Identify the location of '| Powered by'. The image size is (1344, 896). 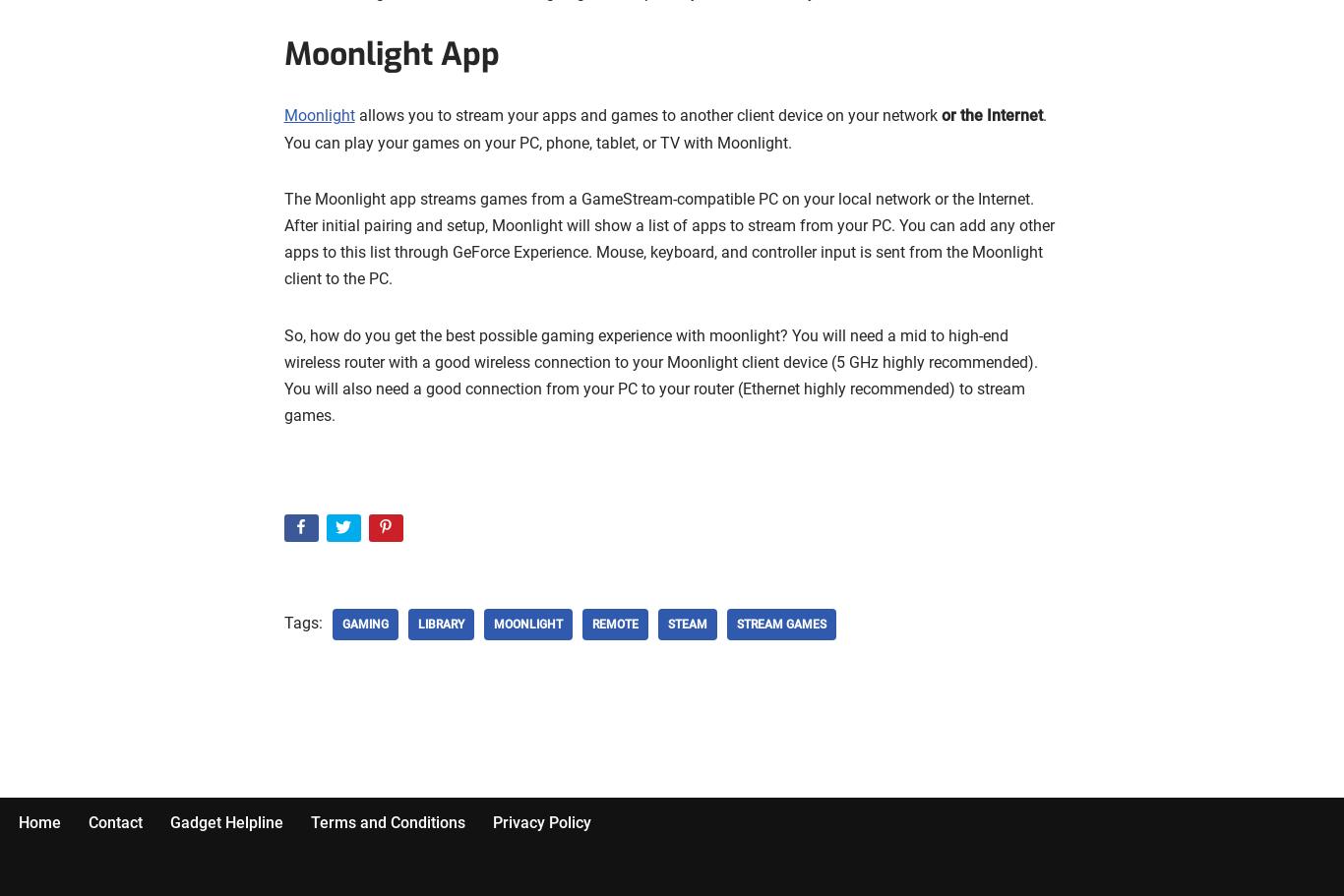
(97, 870).